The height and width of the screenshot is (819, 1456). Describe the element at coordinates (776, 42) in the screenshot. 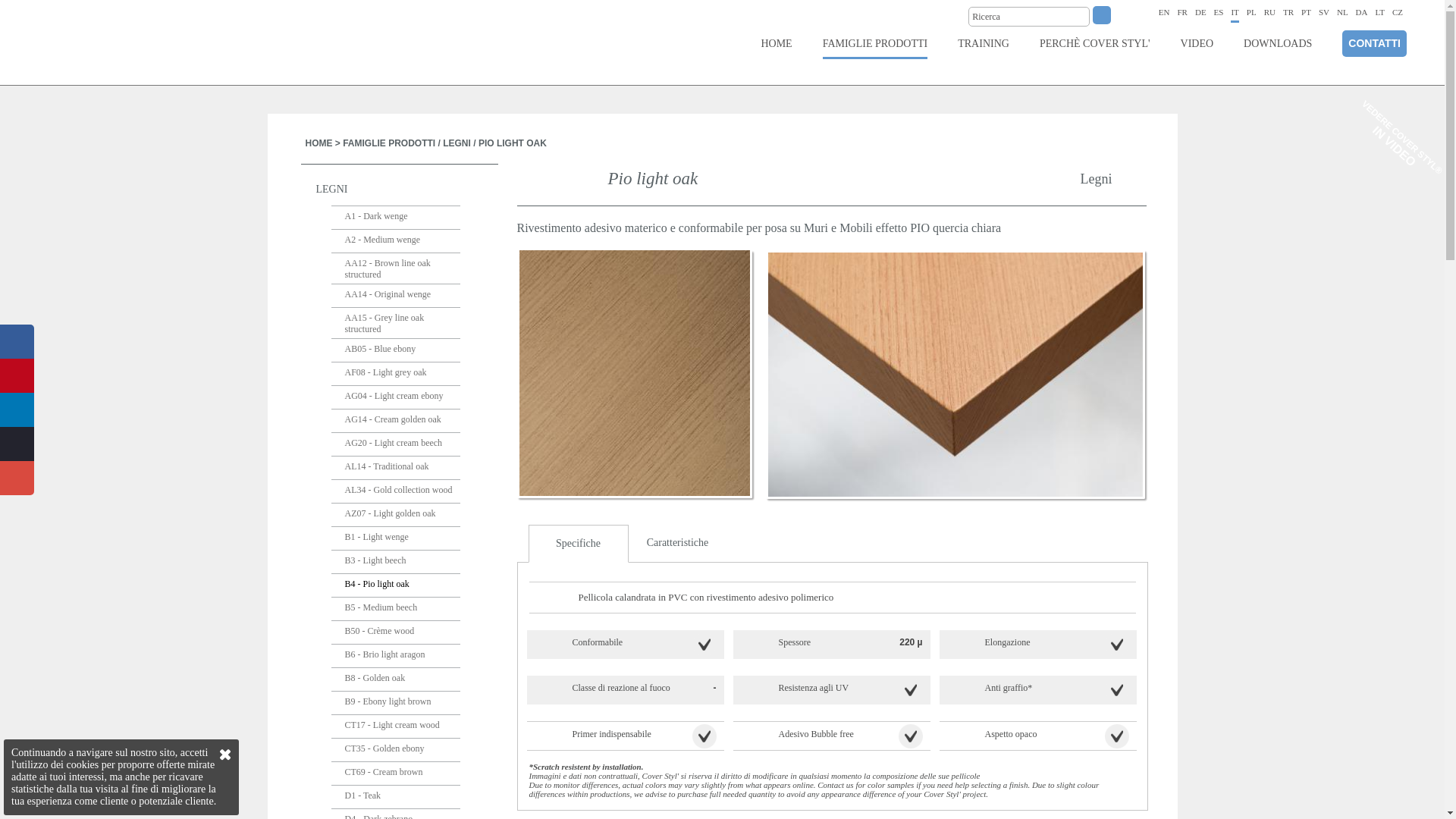

I see `'HOME'` at that location.